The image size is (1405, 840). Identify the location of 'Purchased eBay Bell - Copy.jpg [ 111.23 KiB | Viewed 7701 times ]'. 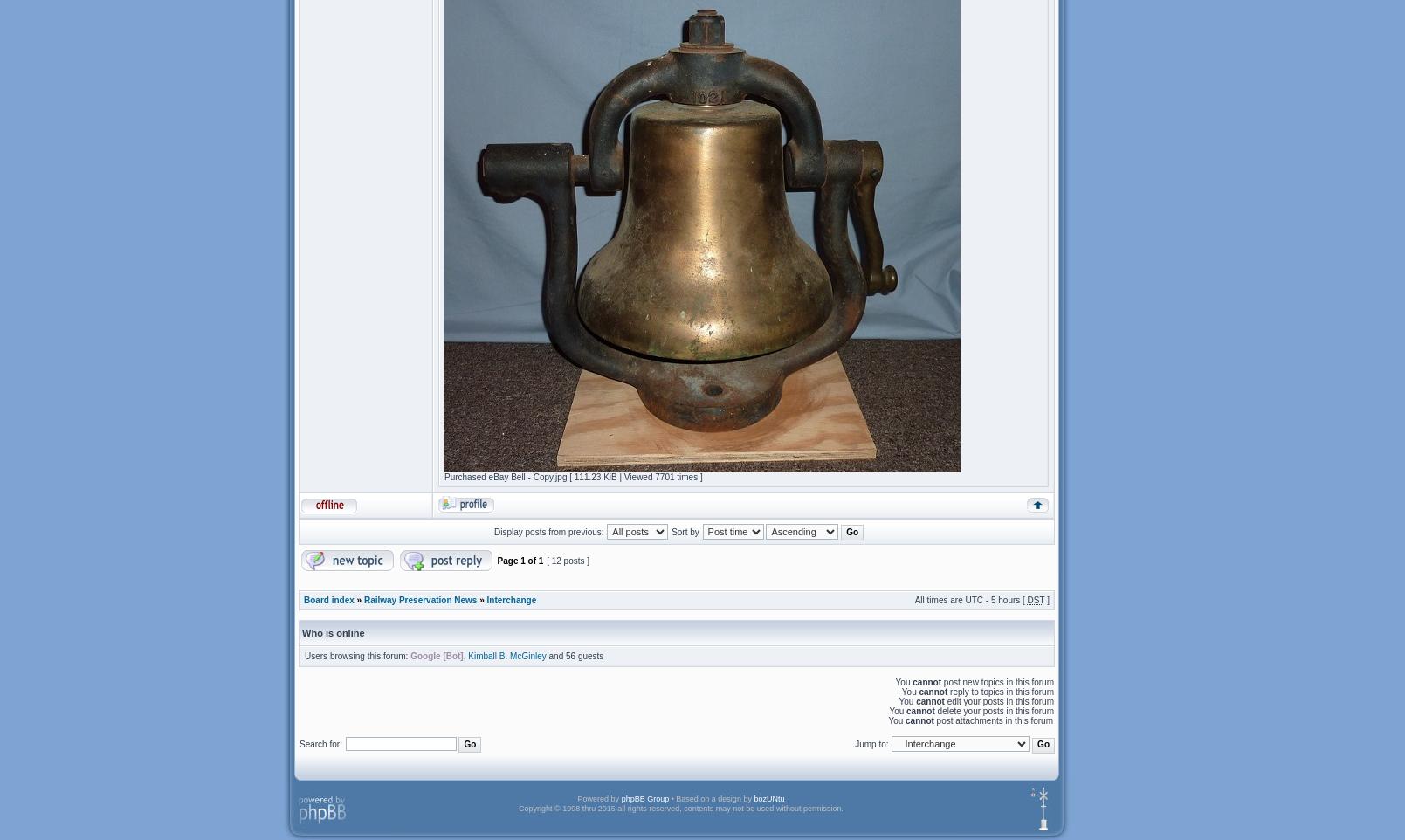
(572, 477).